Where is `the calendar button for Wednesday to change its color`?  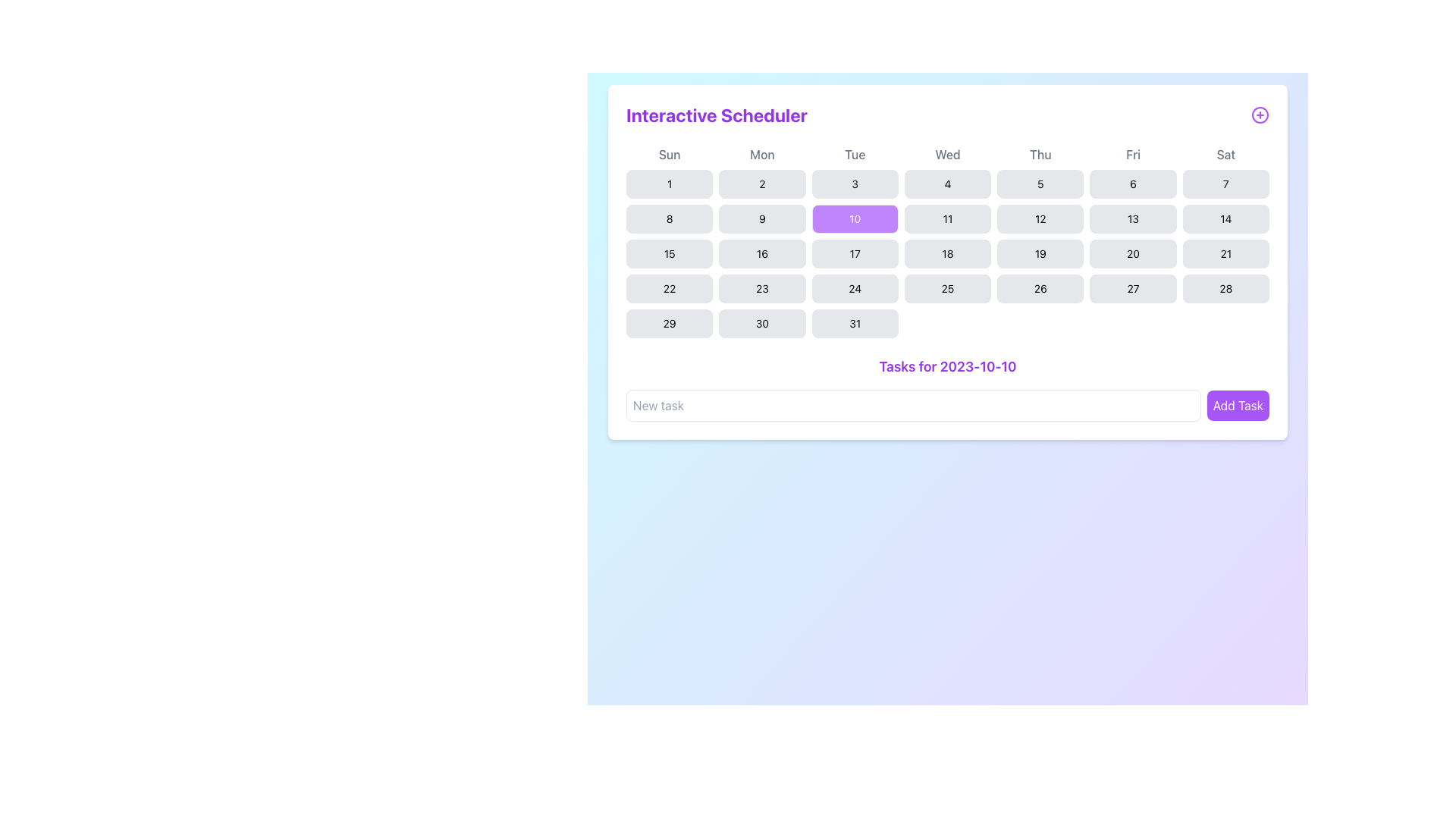 the calendar button for Wednesday to change its color is located at coordinates (946, 184).